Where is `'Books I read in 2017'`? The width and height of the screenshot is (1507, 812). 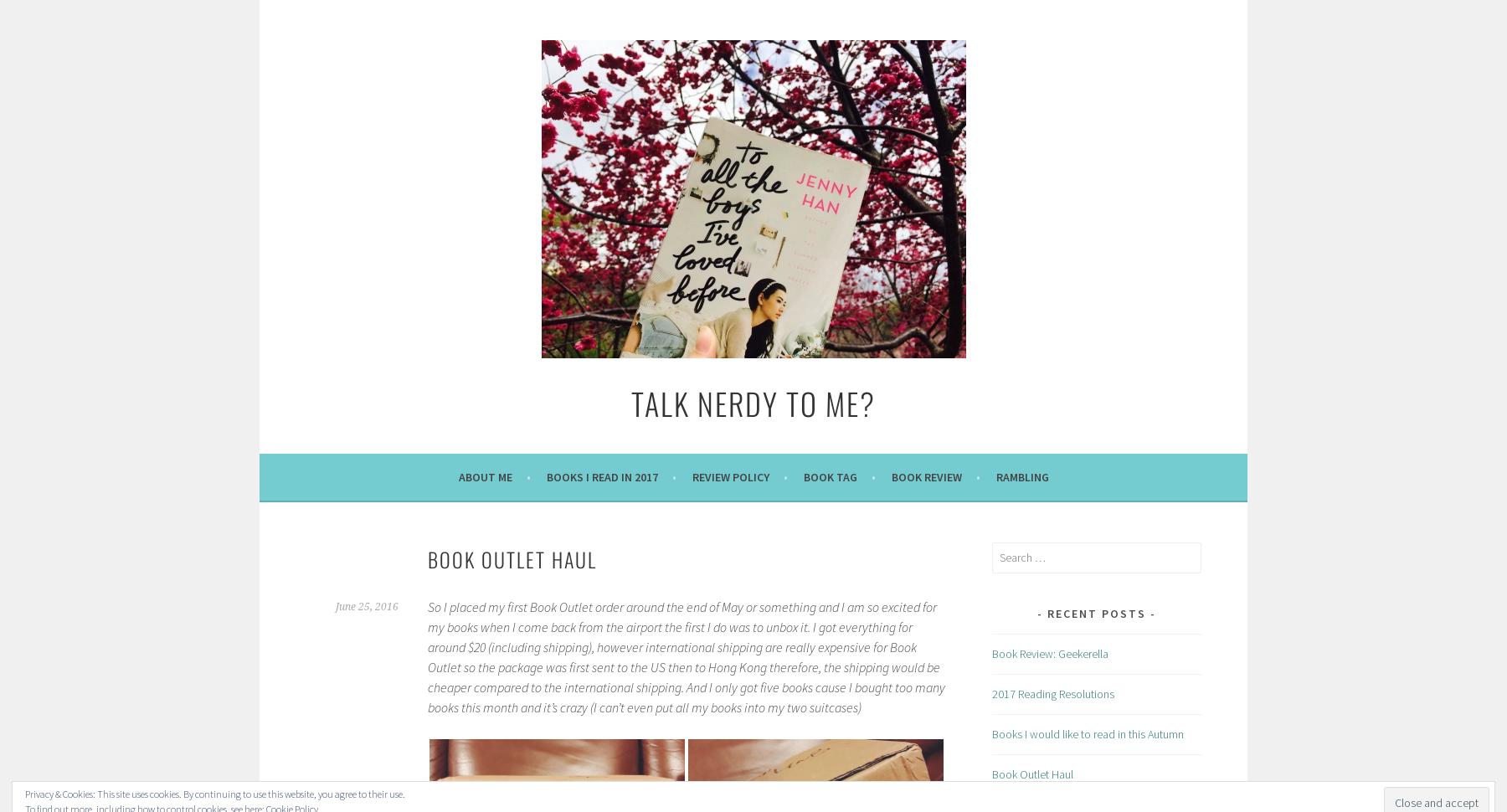 'Books I read in 2017' is located at coordinates (545, 475).